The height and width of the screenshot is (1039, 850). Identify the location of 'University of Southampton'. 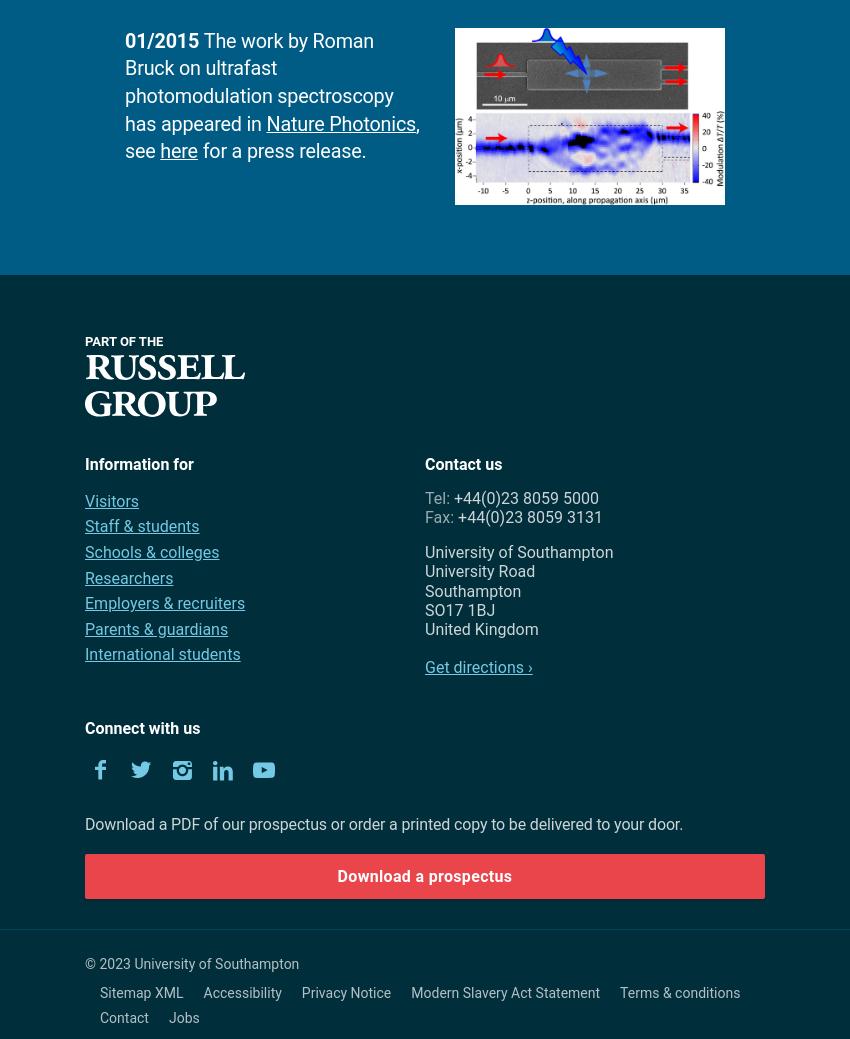
(518, 552).